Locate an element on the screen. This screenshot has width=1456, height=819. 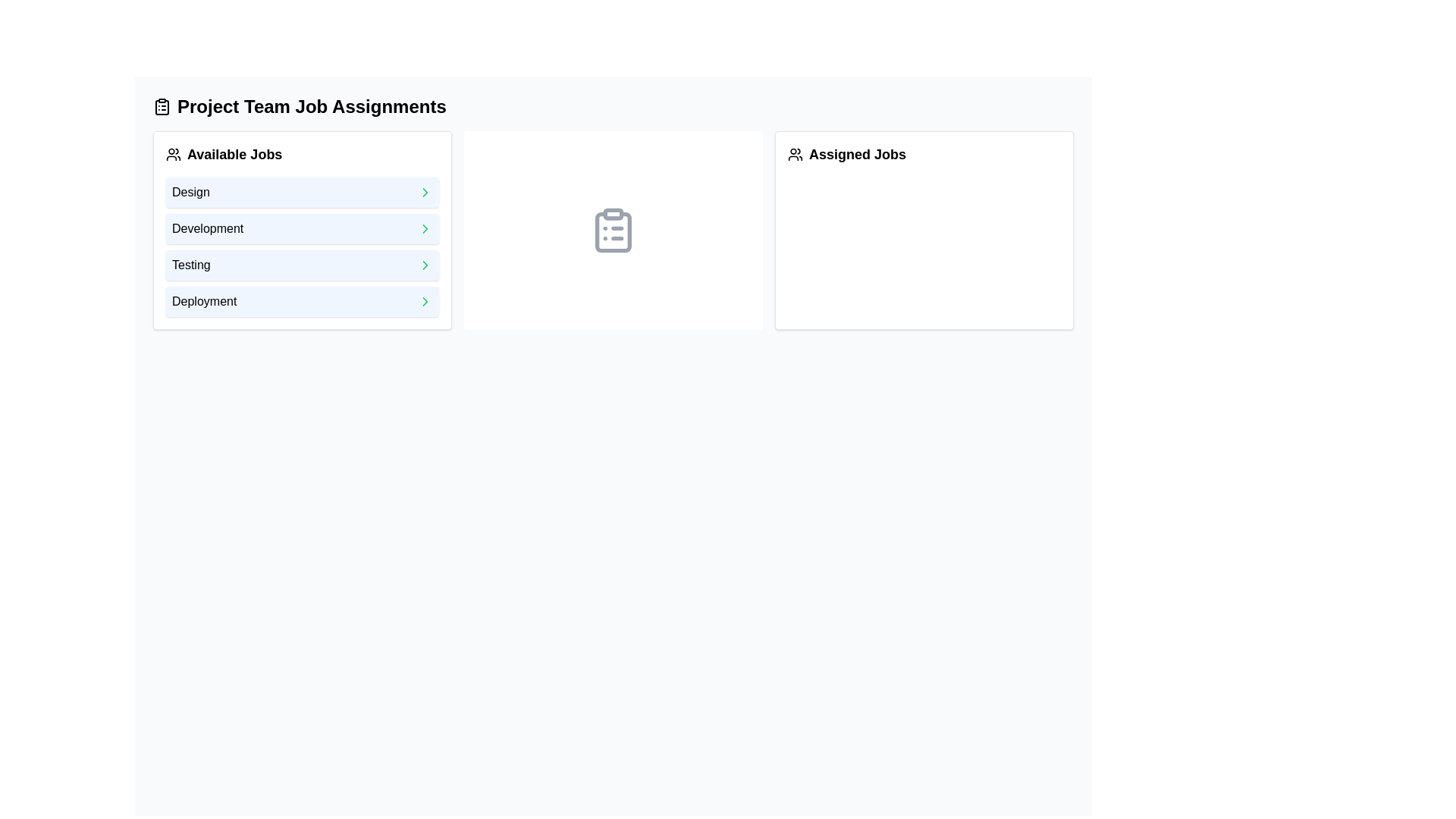
the chevron icon located to the right of the 'Testing' text in the 'Available Jobs' list, which indicates that the 'Testing' job entry can be expanded or selected for more details is located at coordinates (425, 265).